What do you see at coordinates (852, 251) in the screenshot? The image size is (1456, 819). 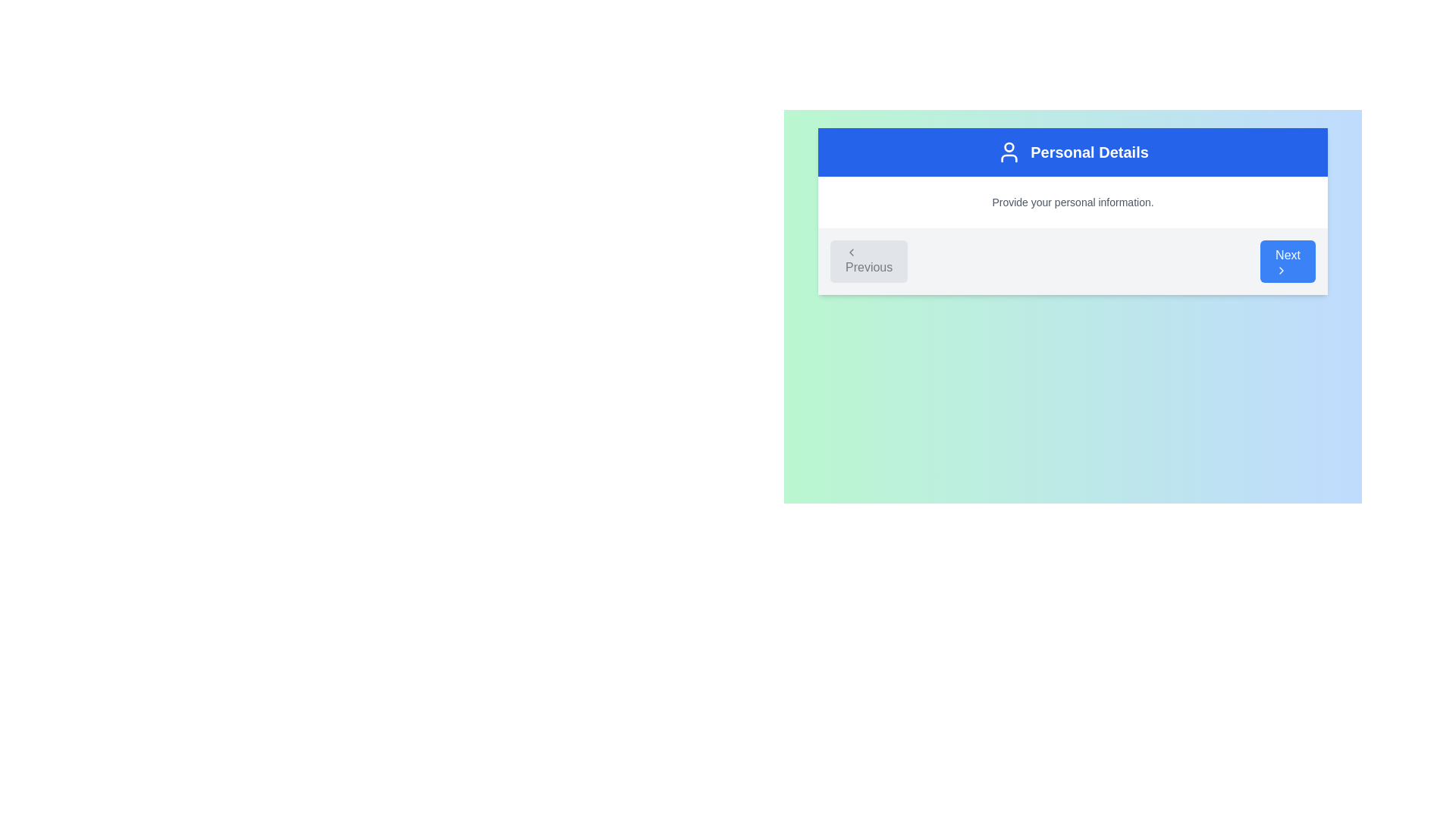 I see `the left-facing chevron arrow icon within the 'Previous' button located in the bottom-left corner of the Personal Details section` at bounding box center [852, 251].